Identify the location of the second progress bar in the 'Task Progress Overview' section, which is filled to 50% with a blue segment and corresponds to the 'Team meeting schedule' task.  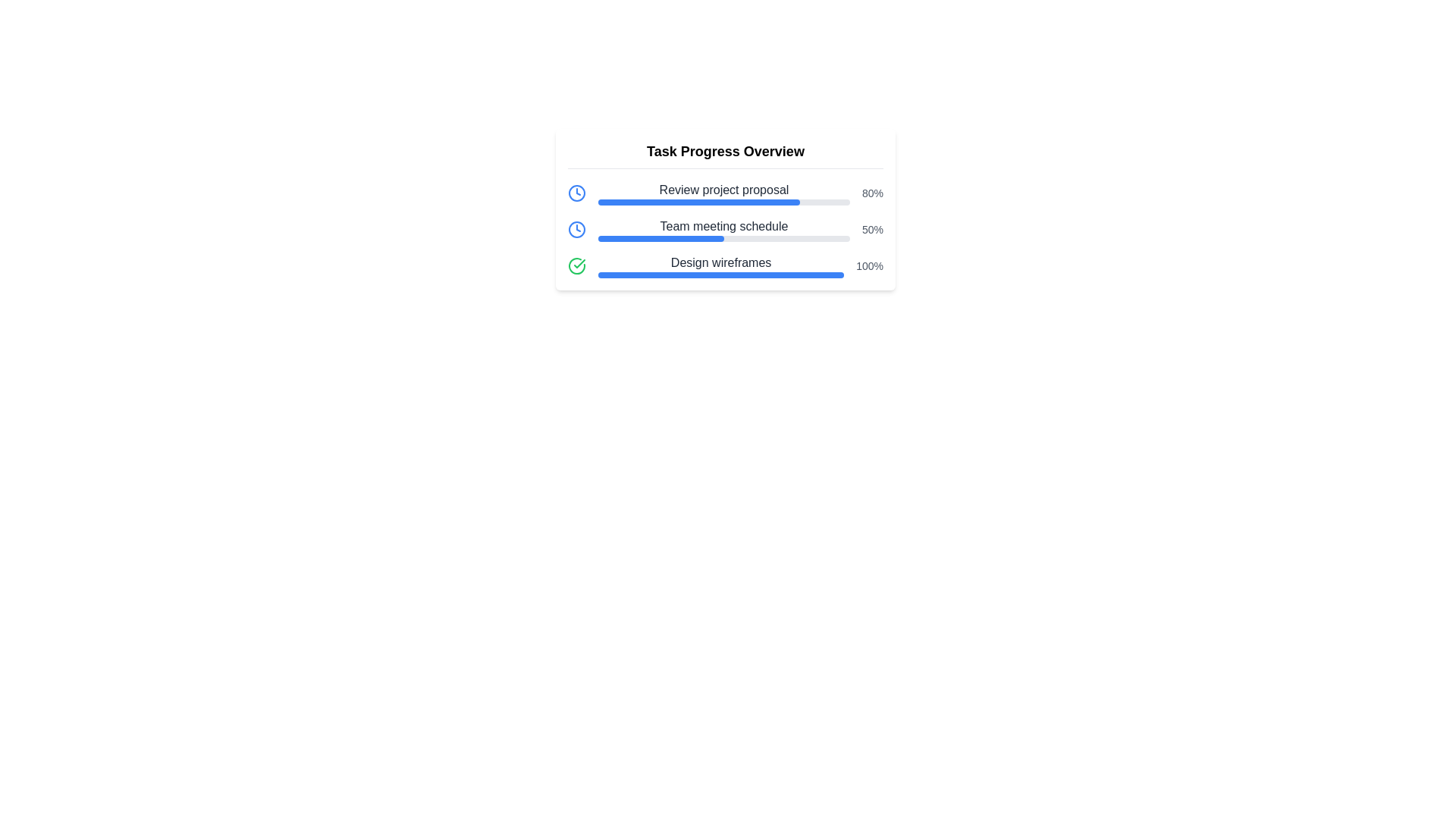
(723, 239).